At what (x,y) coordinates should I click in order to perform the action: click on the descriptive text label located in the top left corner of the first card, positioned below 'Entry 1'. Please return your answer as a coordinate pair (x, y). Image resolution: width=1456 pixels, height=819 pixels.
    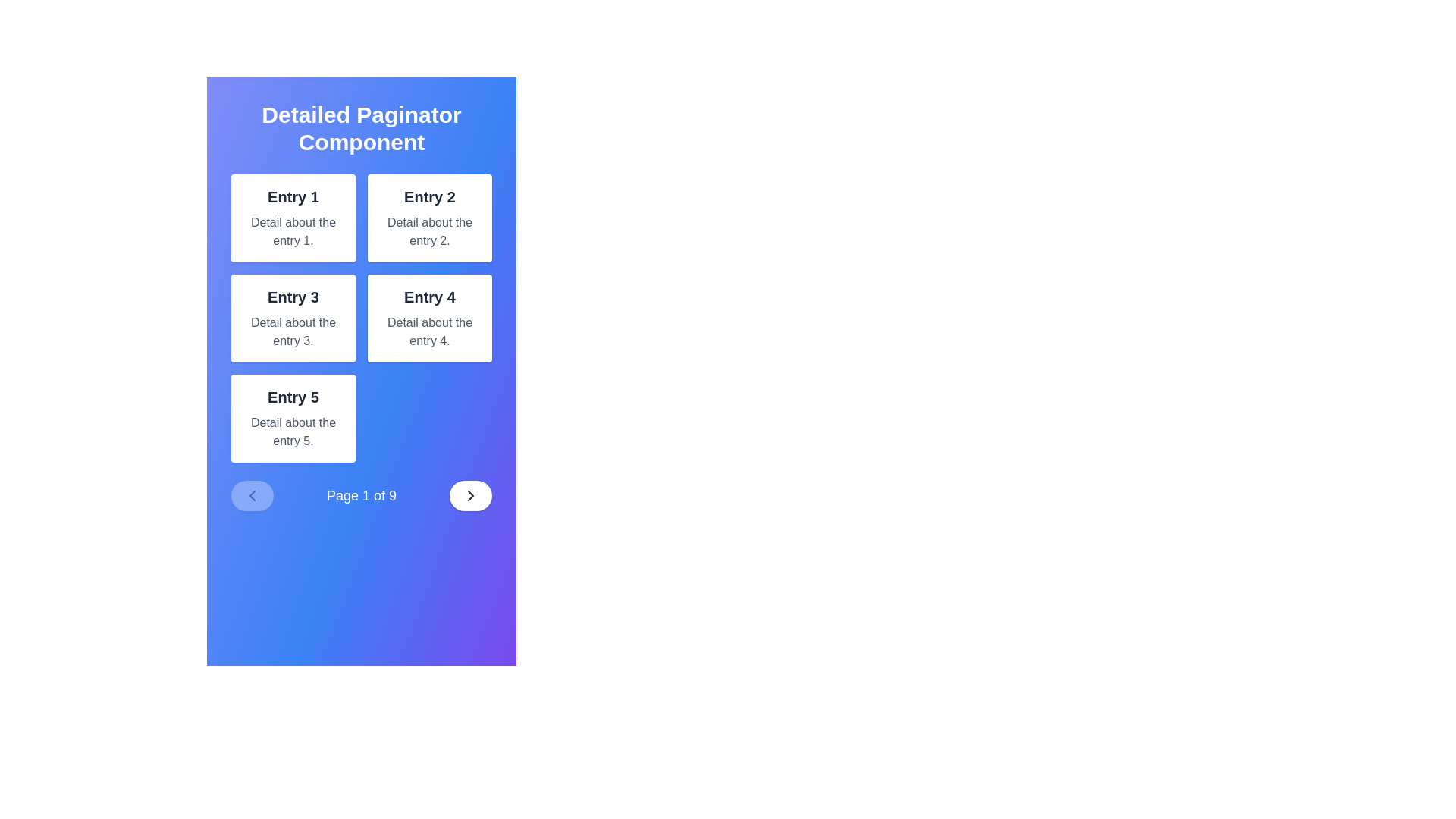
    Looking at the image, I should click on (293, 231).